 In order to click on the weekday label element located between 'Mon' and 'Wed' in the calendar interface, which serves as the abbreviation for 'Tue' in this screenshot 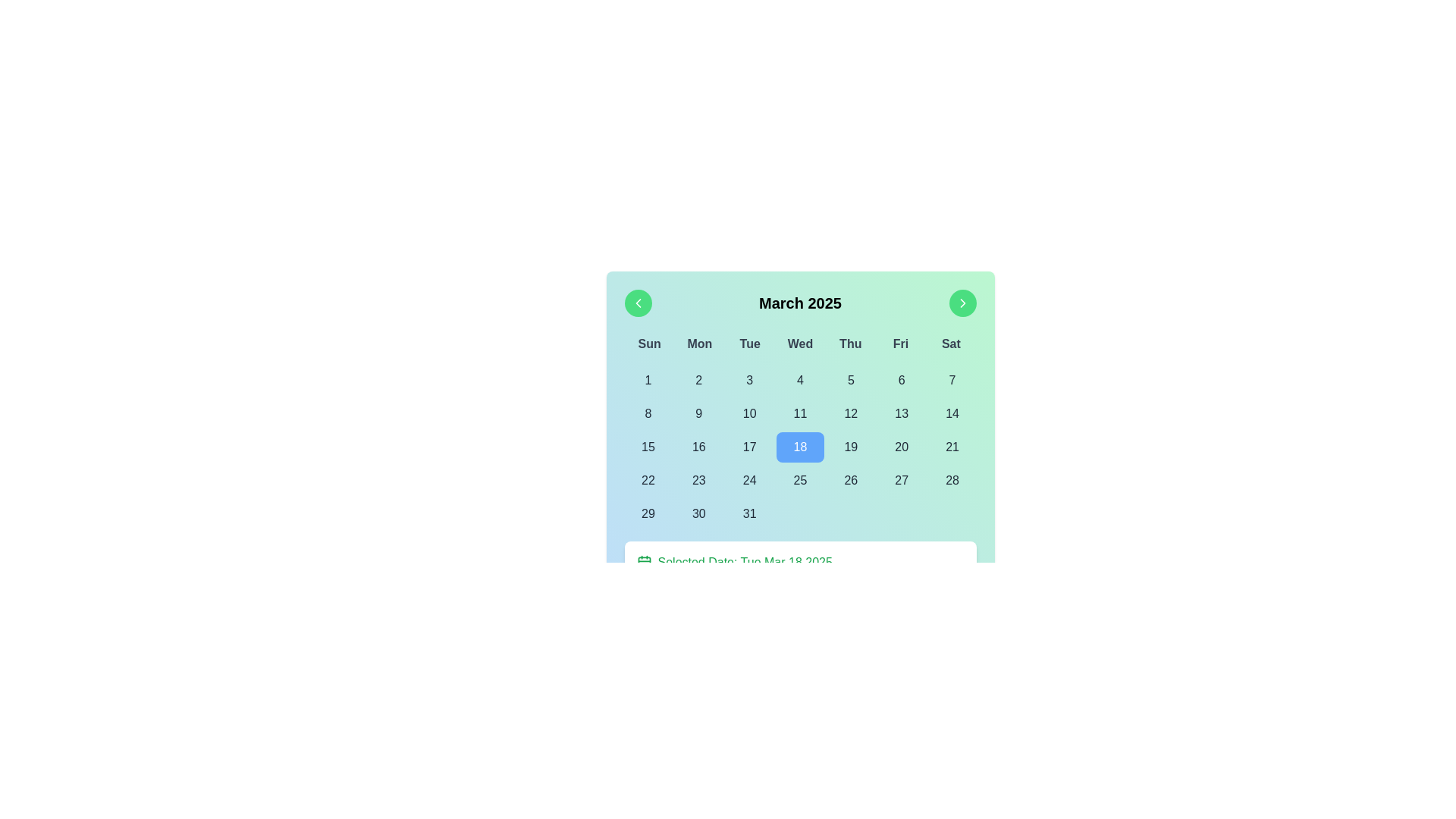, I will do `click(750, 344)`.